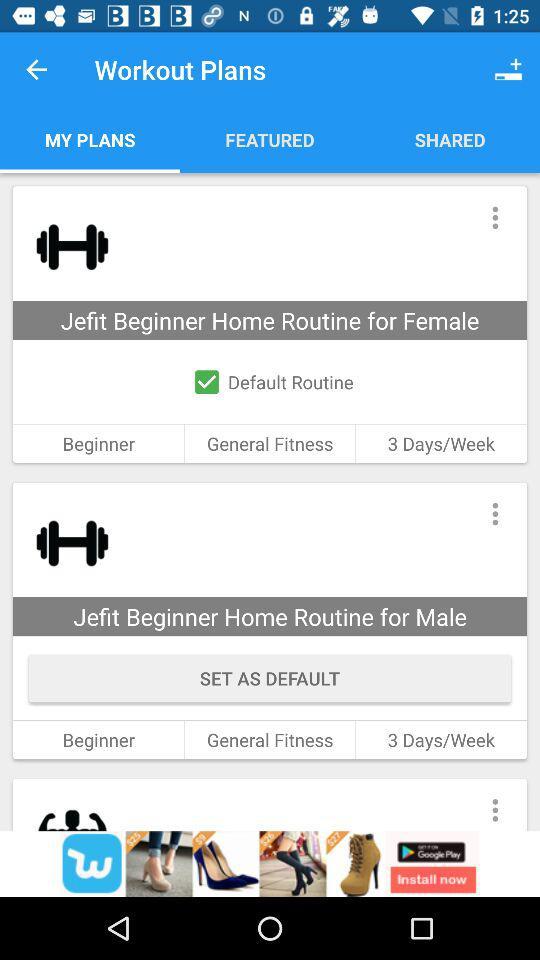 This screenshot has height=960, width=540. Describe the element at coordinates (494, 513) in the screenshot. I see `manu button` at that location.